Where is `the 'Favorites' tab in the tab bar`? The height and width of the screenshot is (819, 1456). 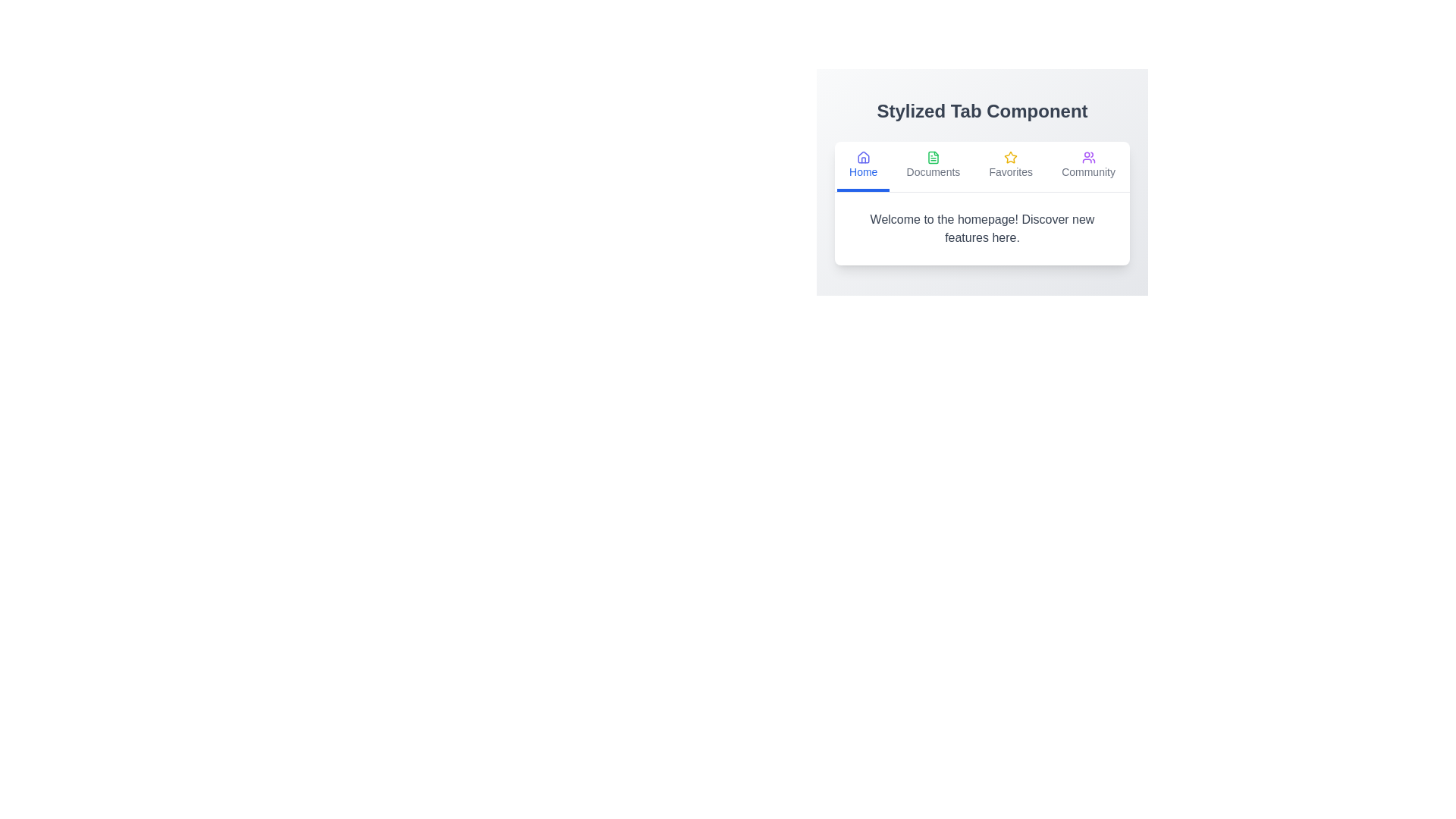 the 'Favorites' tab in the tab bar is located at coordinates (1011, 166).